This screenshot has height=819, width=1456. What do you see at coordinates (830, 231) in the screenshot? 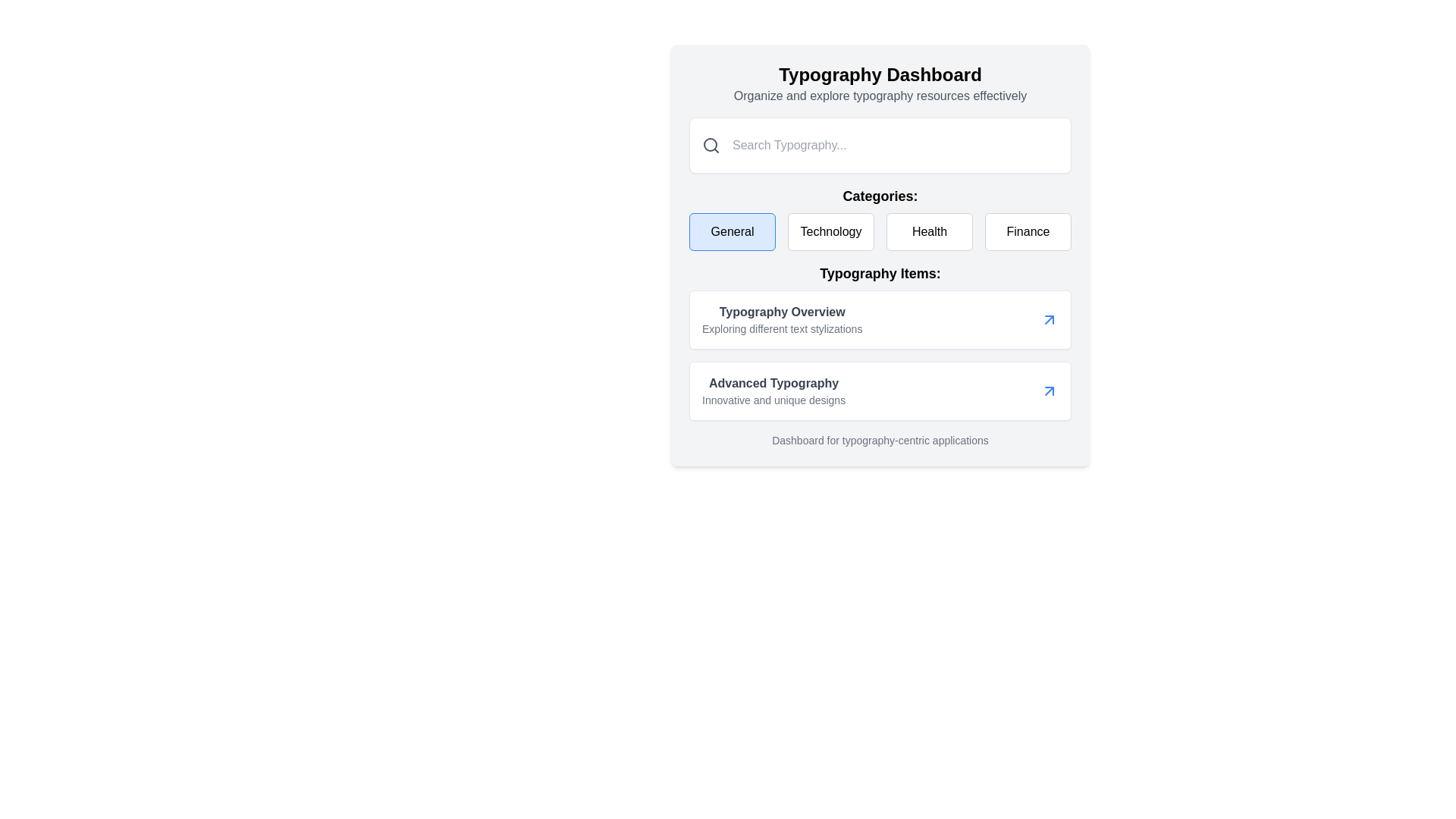
I see `the 'Technology' category button, which is the second button in a row of four category buttons located beneath the 'Categories:' heading` at bounding box center [830, 231].